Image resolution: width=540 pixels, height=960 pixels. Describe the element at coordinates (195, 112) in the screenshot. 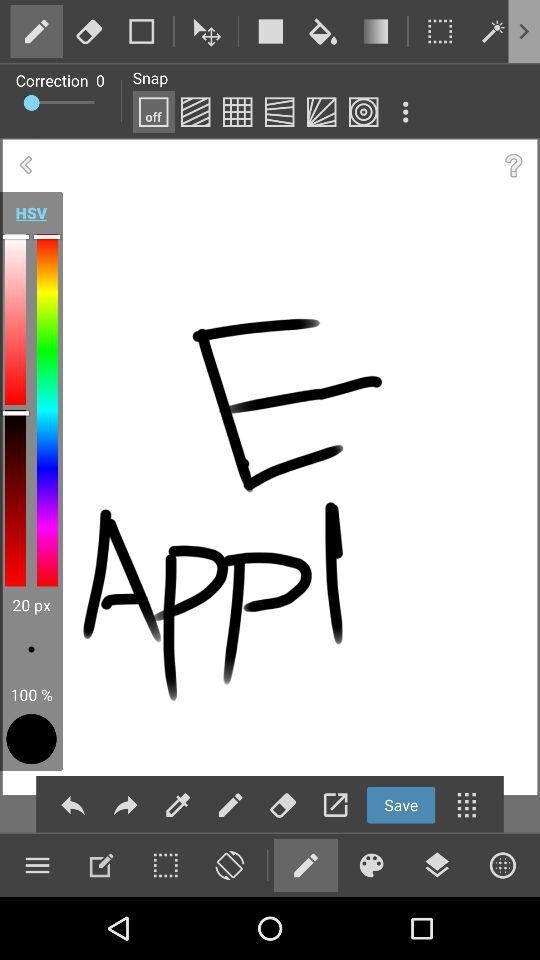

I see `shade` at that location.